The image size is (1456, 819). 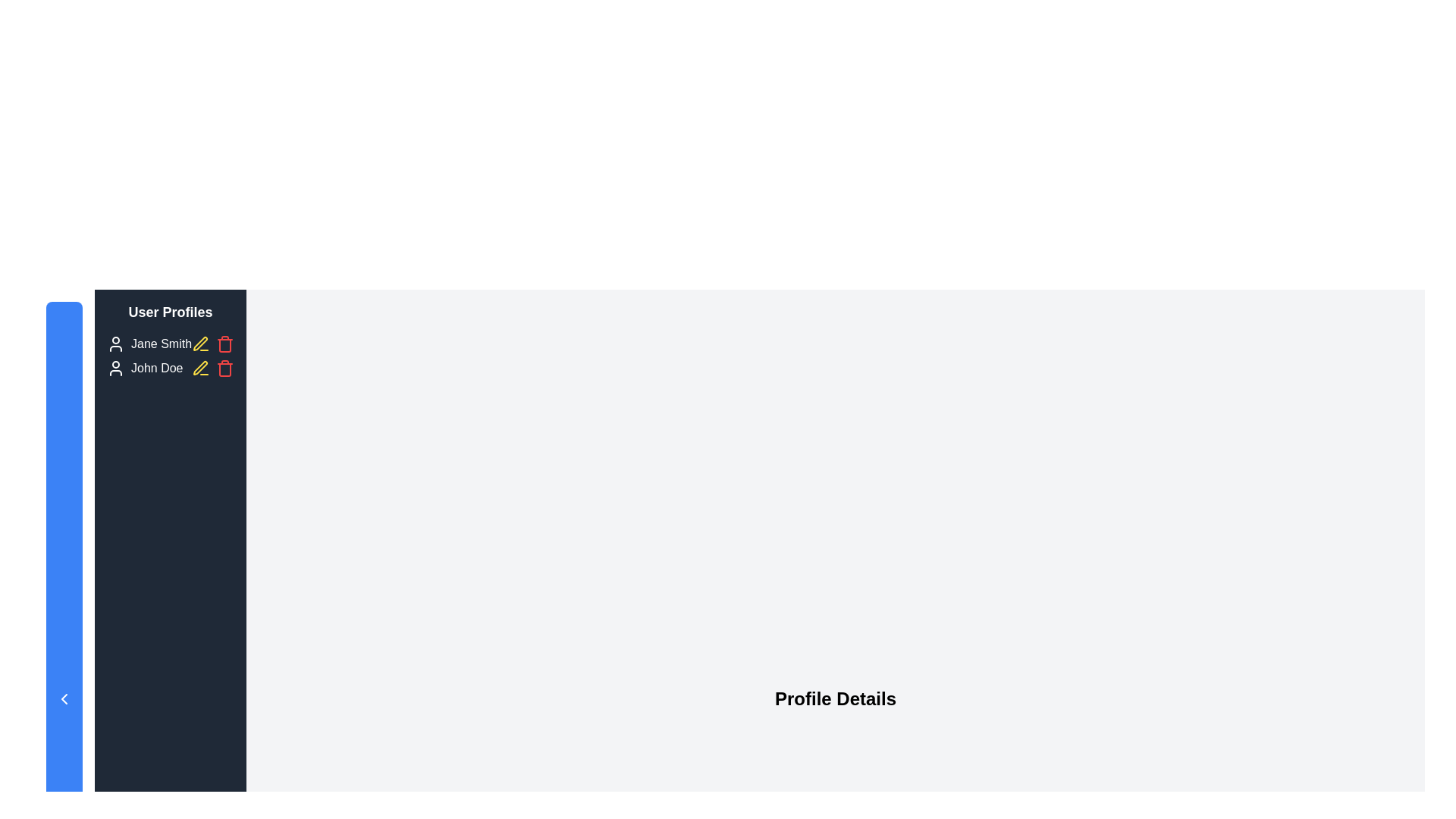 What do you see at coordinates (224, 344) in the screenshot?
I see `the red trash can icon located to the right of the 'John Doe' entry in the 'User Profiles' list` at bounding box center [224, 344].